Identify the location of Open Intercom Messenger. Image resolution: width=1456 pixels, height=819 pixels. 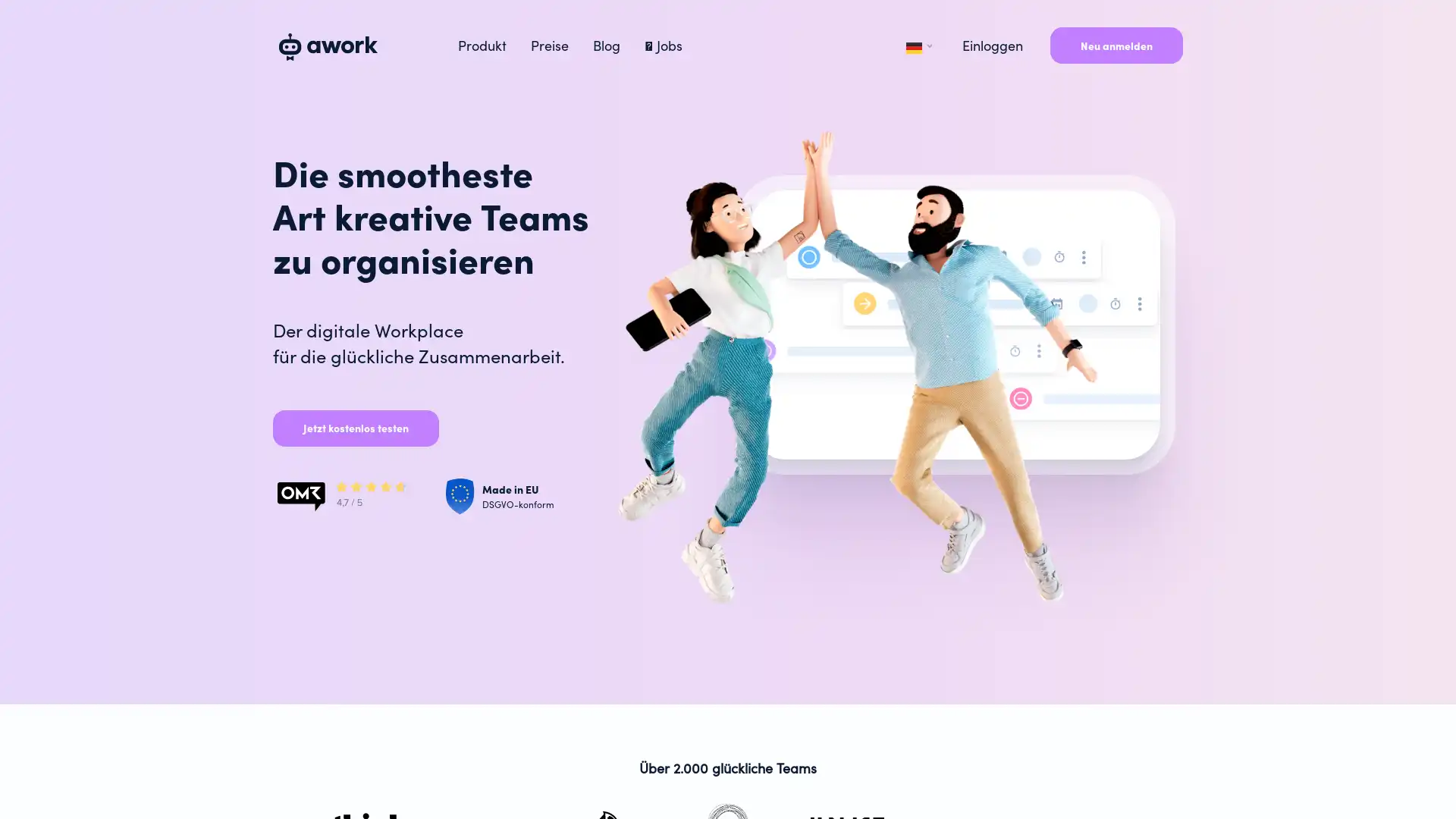
(1417, 780).